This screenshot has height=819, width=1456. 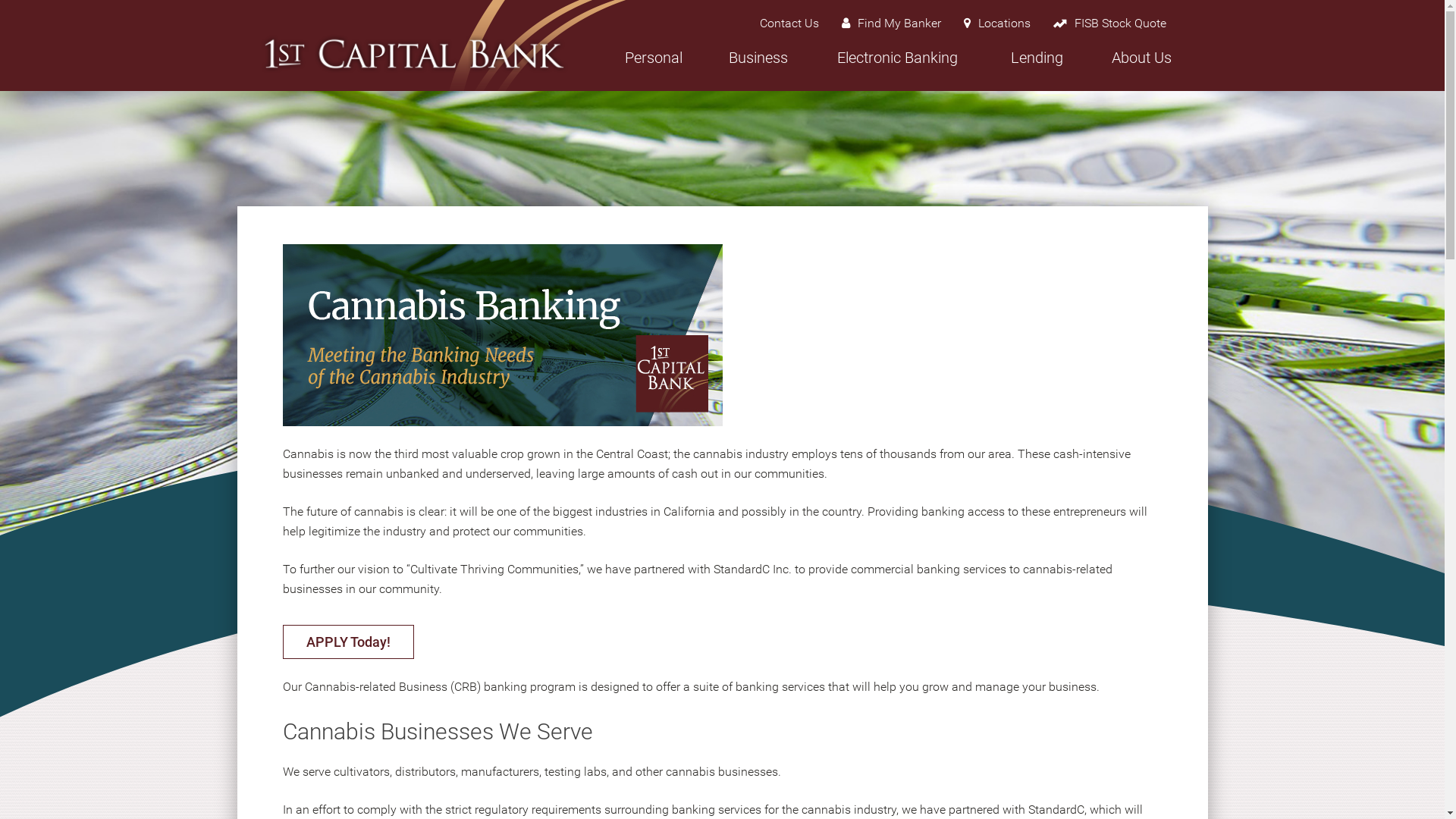 What do you see at coordinates (789, 23) in the screenshot?
I see `'Contact Us'` at bounding box center [789, 23].